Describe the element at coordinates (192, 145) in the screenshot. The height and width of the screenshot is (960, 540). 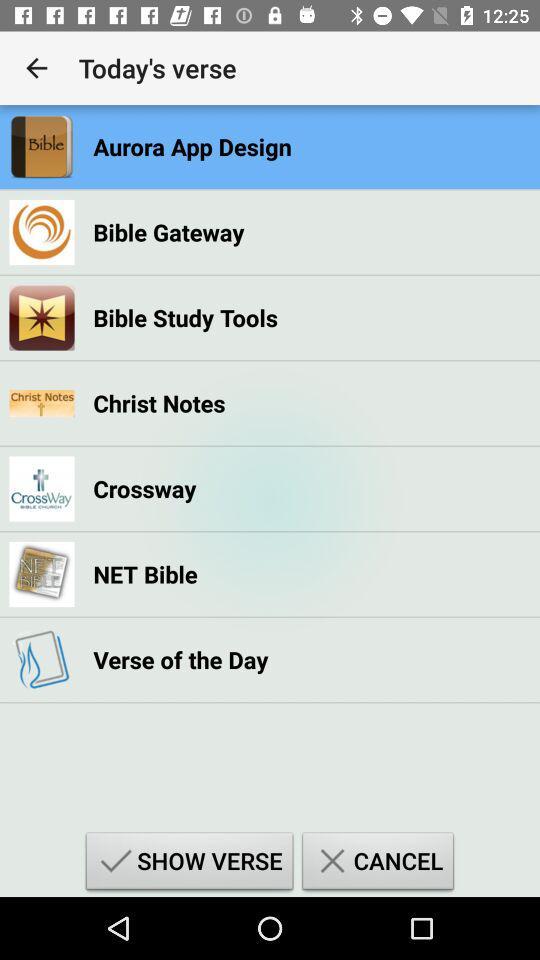
I see `aurora app design` at that location.